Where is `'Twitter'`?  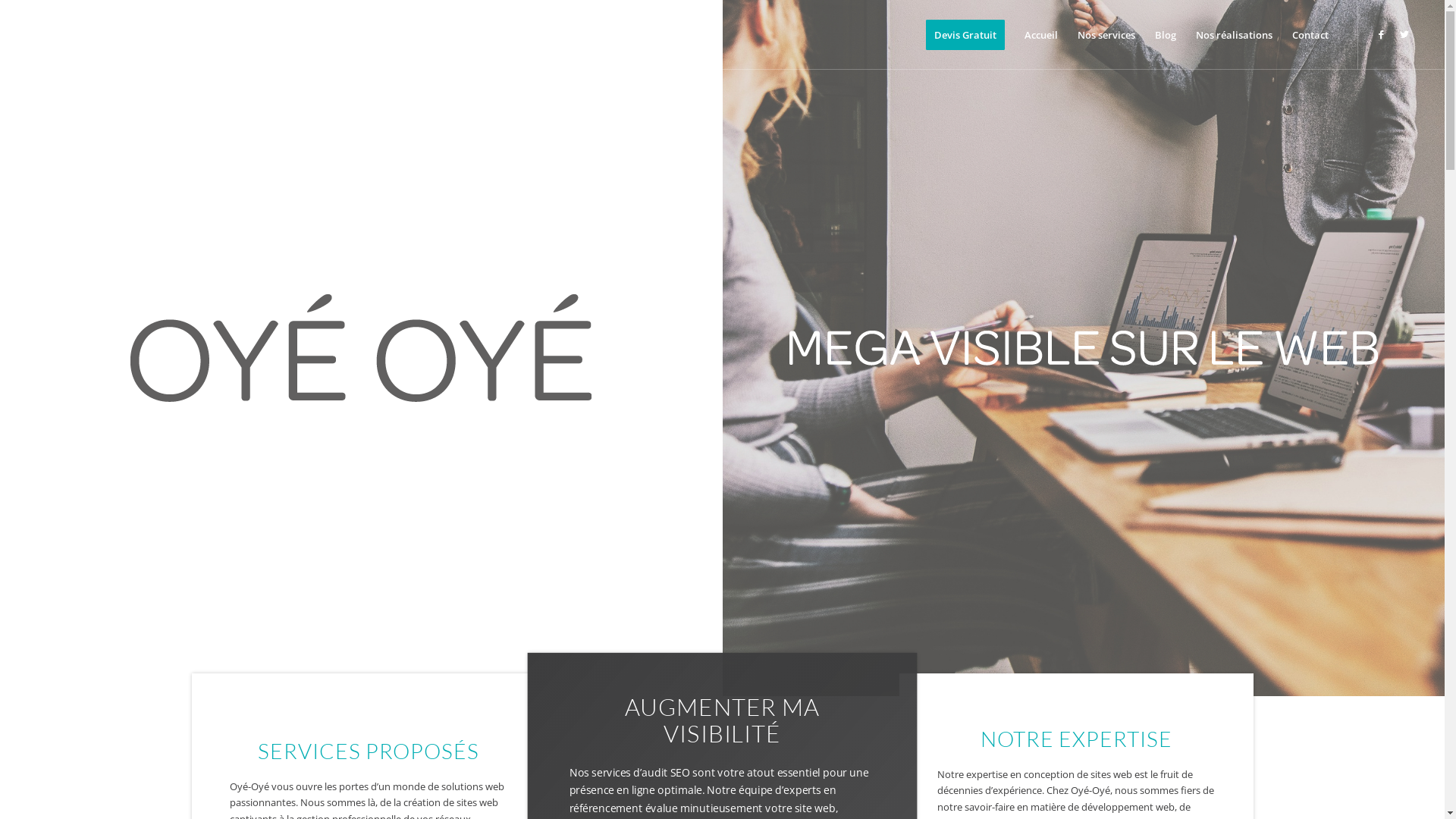 'Twitter' is located at coordinates (1404, 34).